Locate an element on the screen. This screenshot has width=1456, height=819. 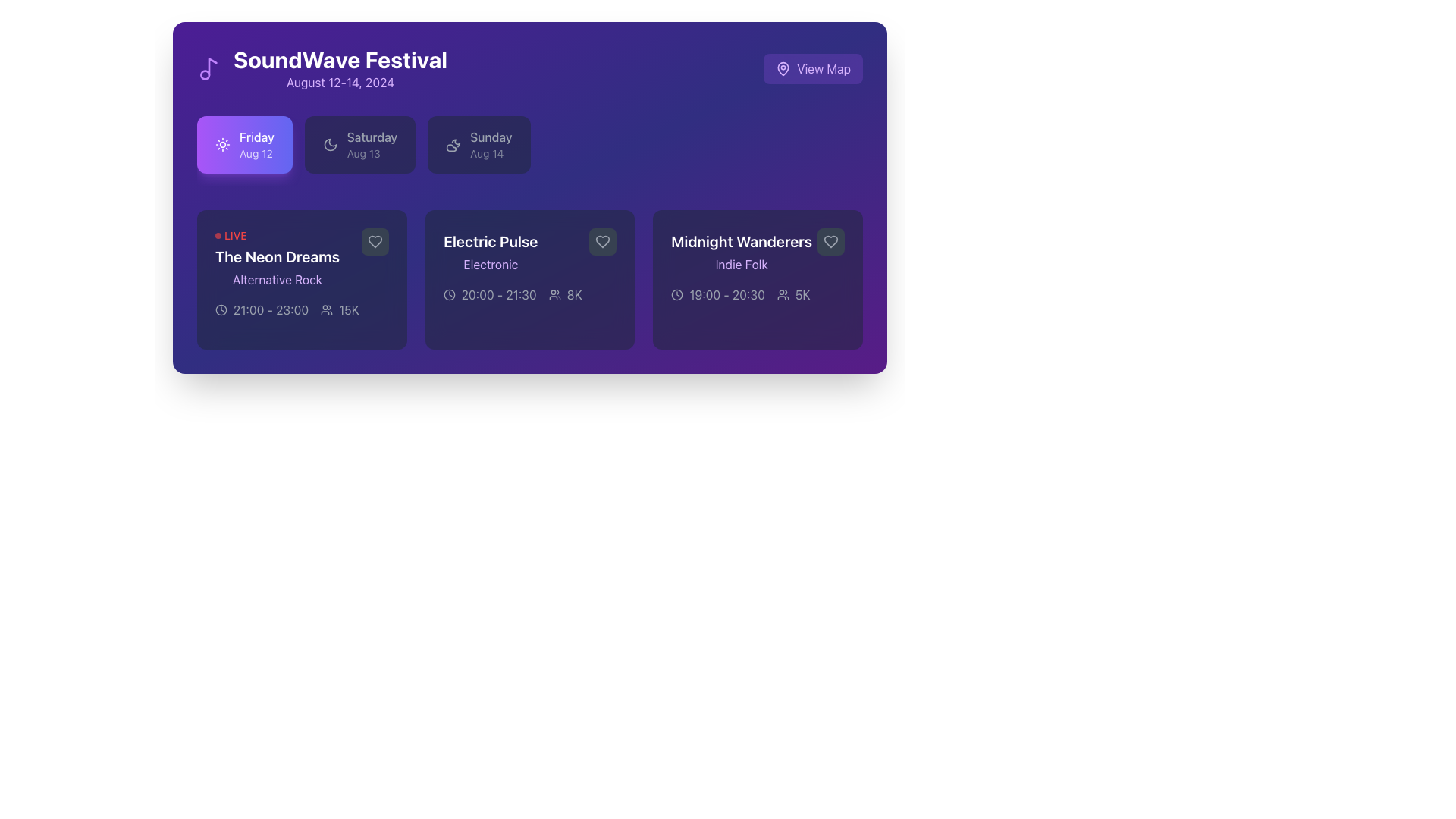
the 'SoundWave Festival' text block is located at coordinates (322, 69).